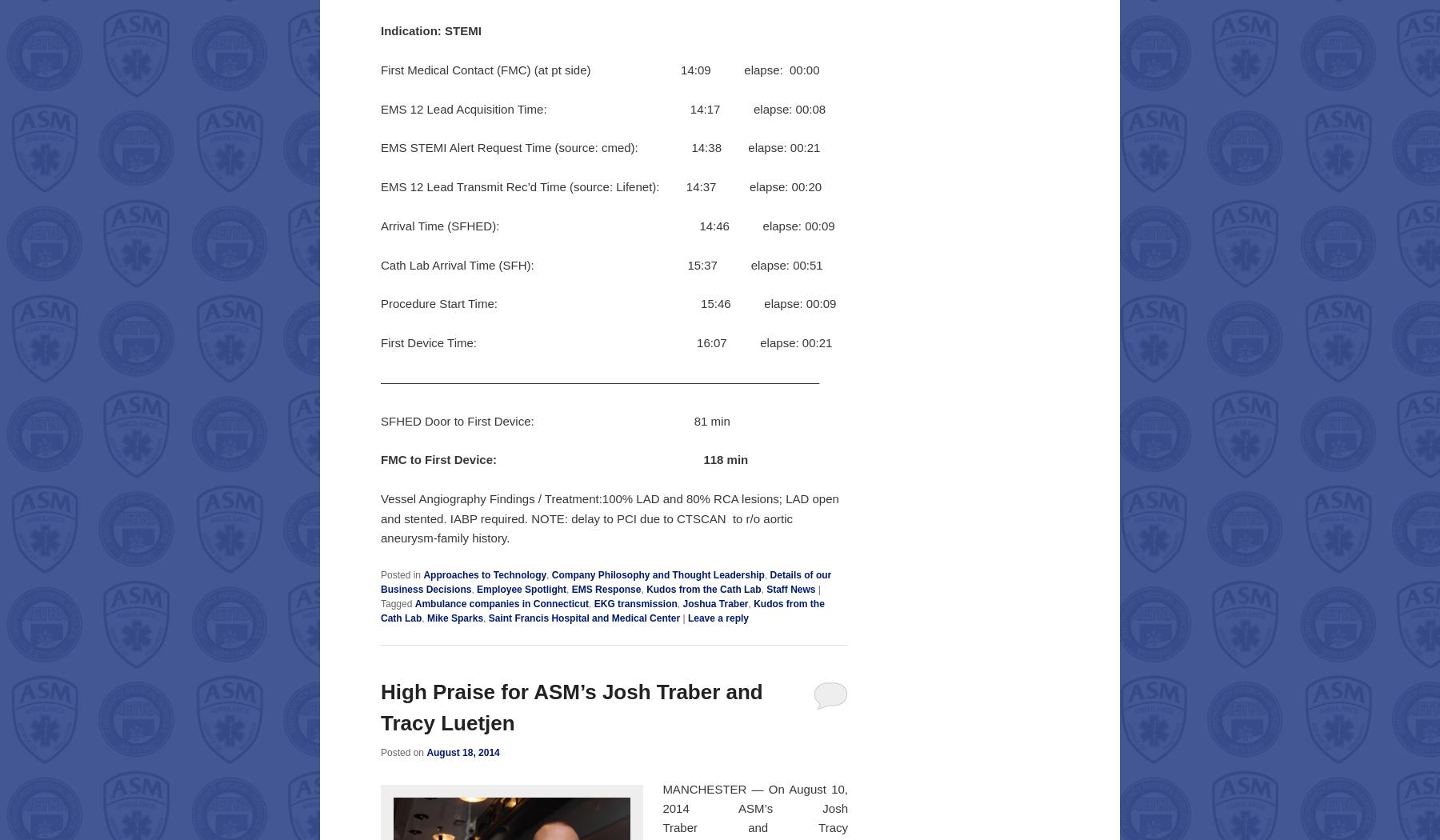 Image resolution: width=1440 pixels, height=840 pixels. What do you see at coordinates (485, 573) in the screenshot?
I see `'Approaches to Technology'` at bounding box center [485, 573].